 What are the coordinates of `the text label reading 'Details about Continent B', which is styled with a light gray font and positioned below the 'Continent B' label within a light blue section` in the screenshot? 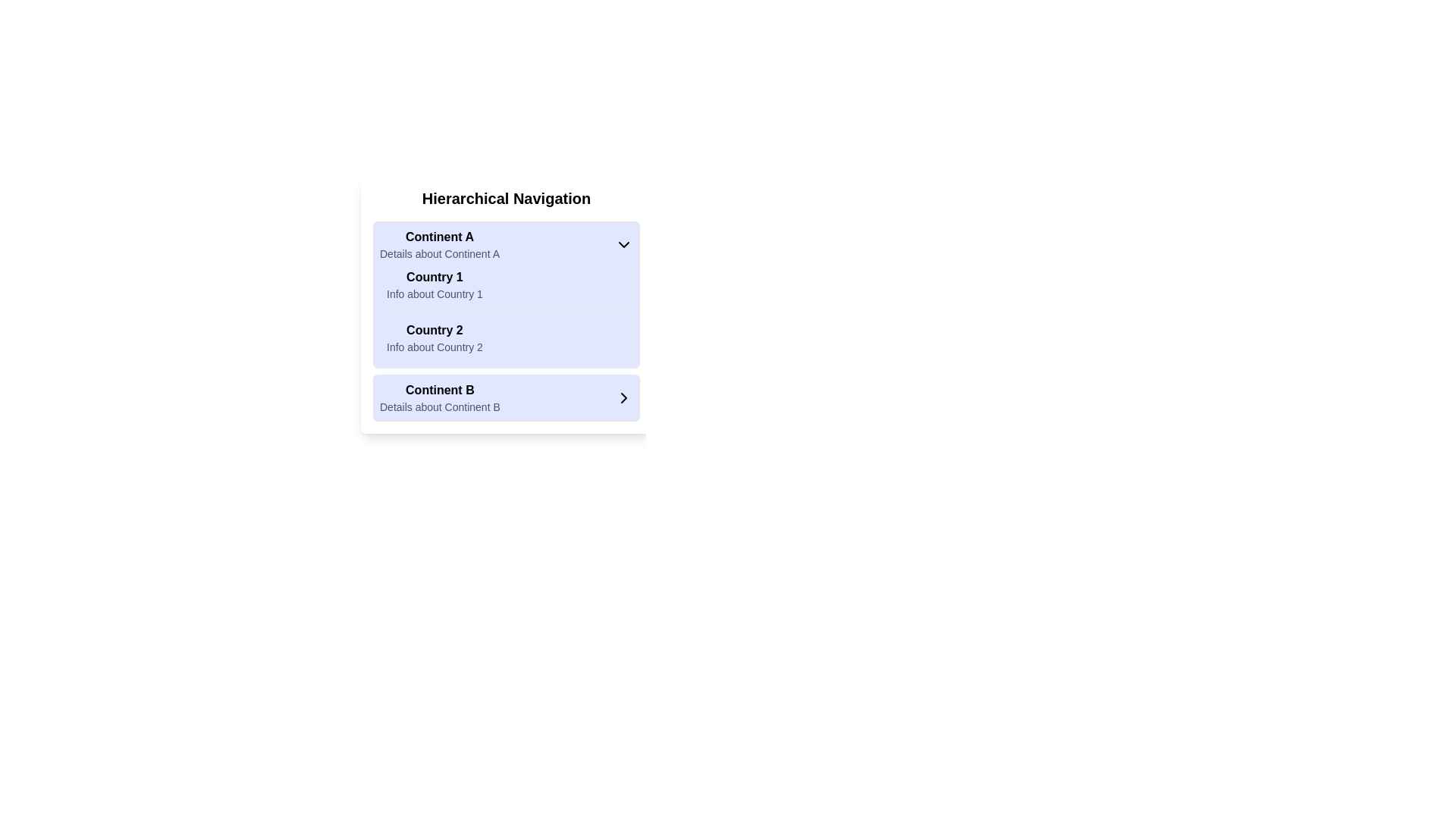 It's located at (439, 406).